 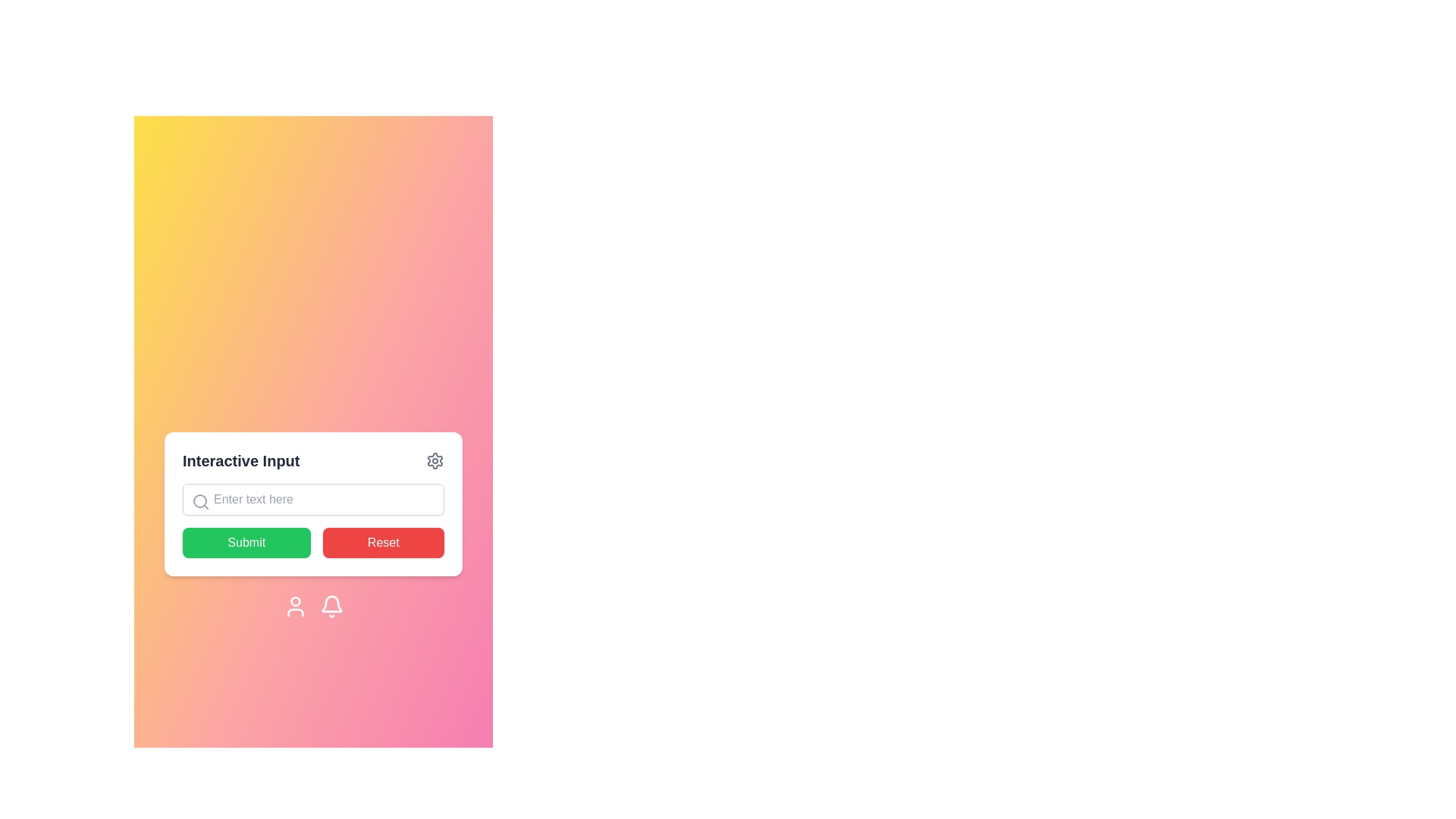 I want to click on the small, circular gray magnifying glass icon located at the far-left side of the input field, so click(x=199, y=502).